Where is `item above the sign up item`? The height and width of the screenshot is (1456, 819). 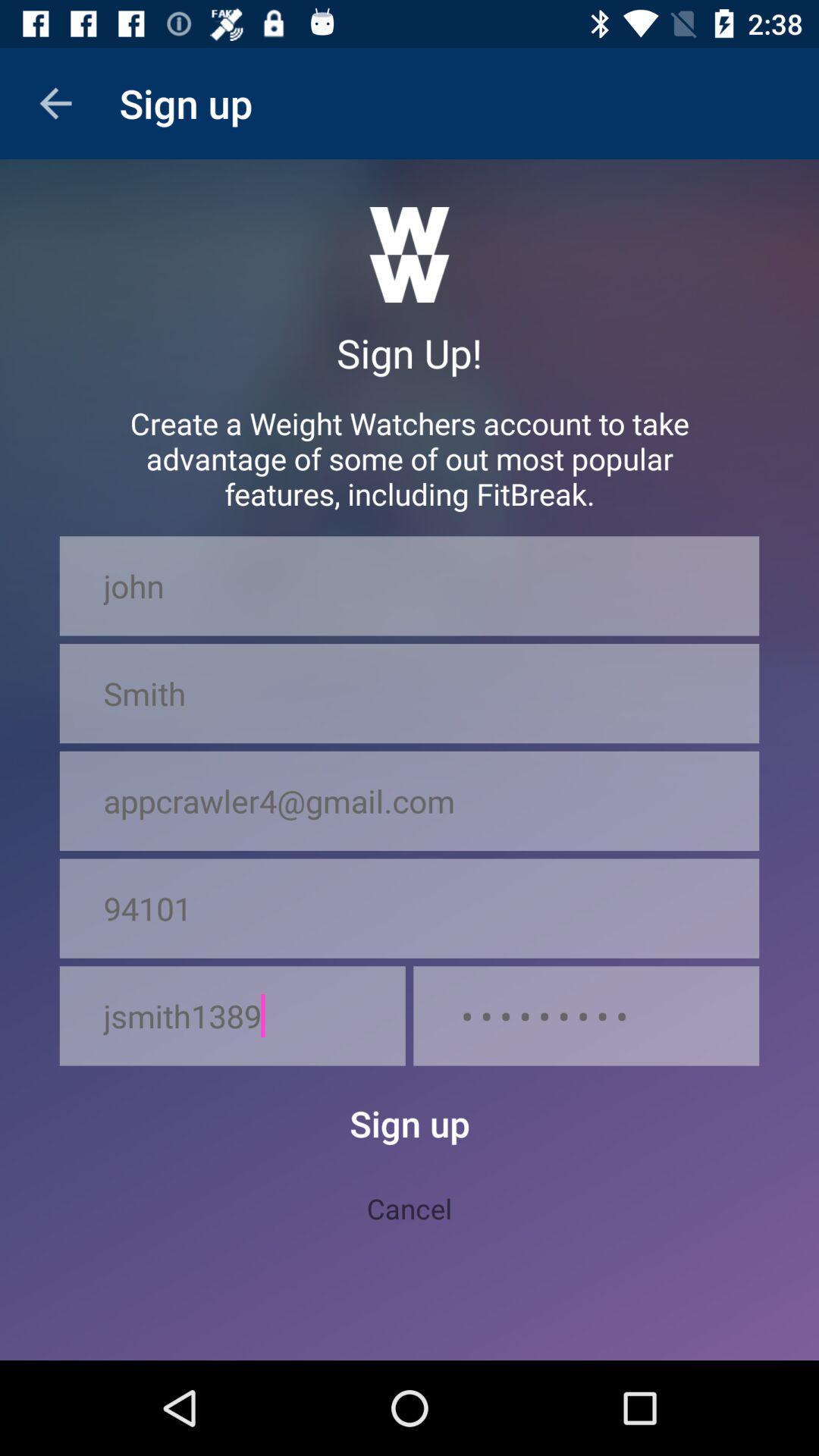 item above the sign up item is located at coordinates (232, 1015).